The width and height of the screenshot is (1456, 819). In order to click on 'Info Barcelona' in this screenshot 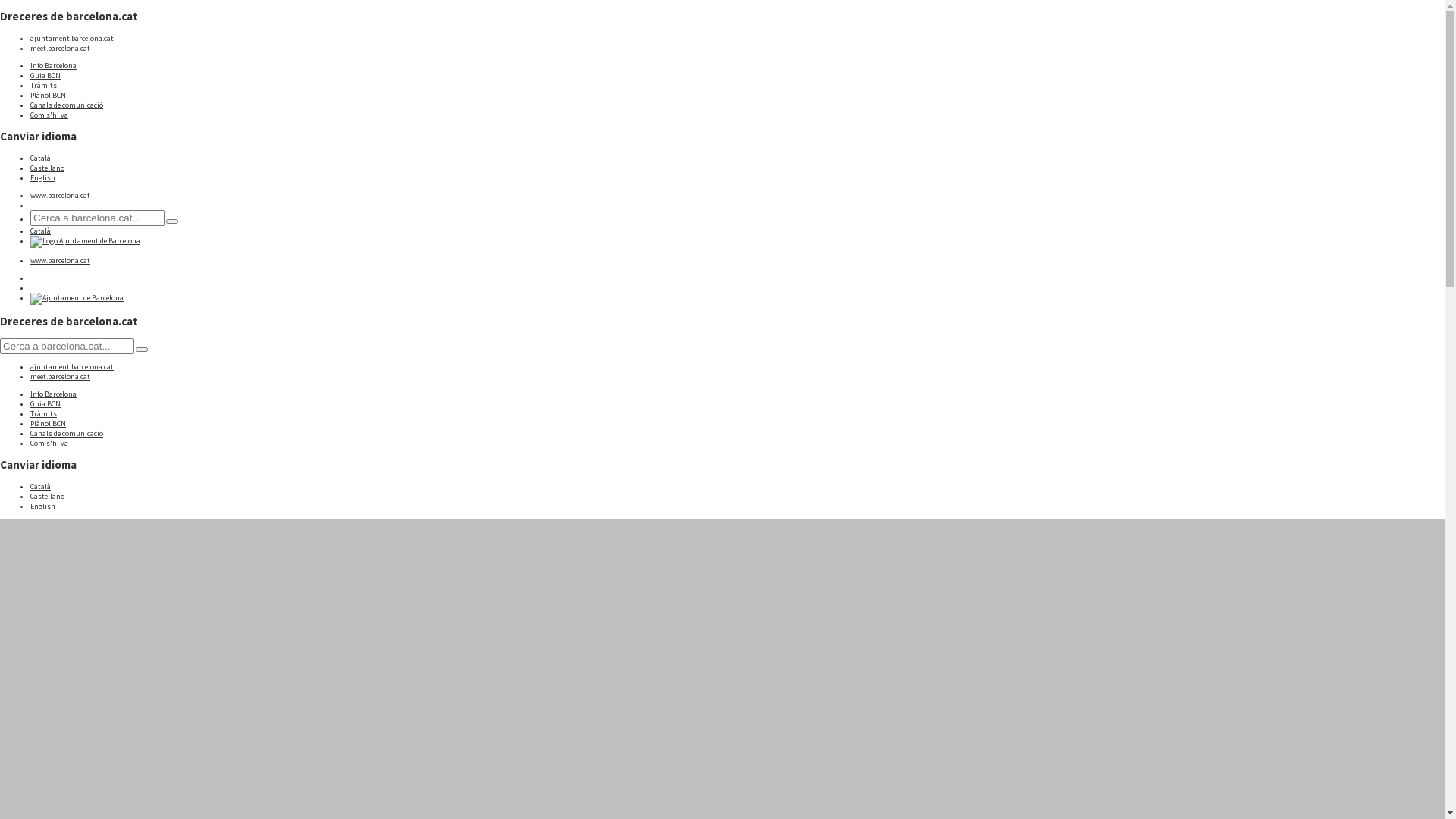, I will do `click(53, 393)`.